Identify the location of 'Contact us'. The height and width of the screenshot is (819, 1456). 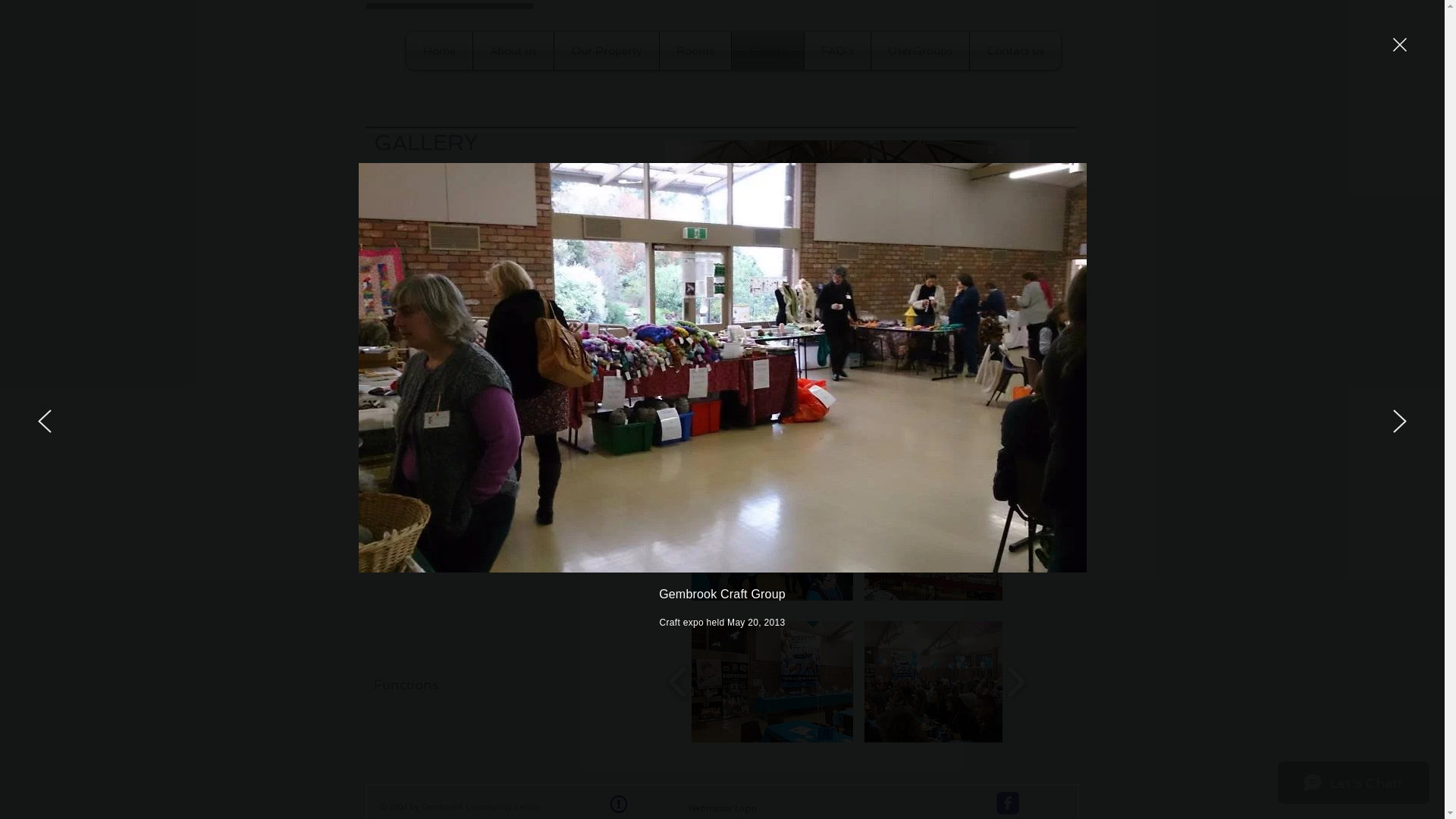
(1015, 49).